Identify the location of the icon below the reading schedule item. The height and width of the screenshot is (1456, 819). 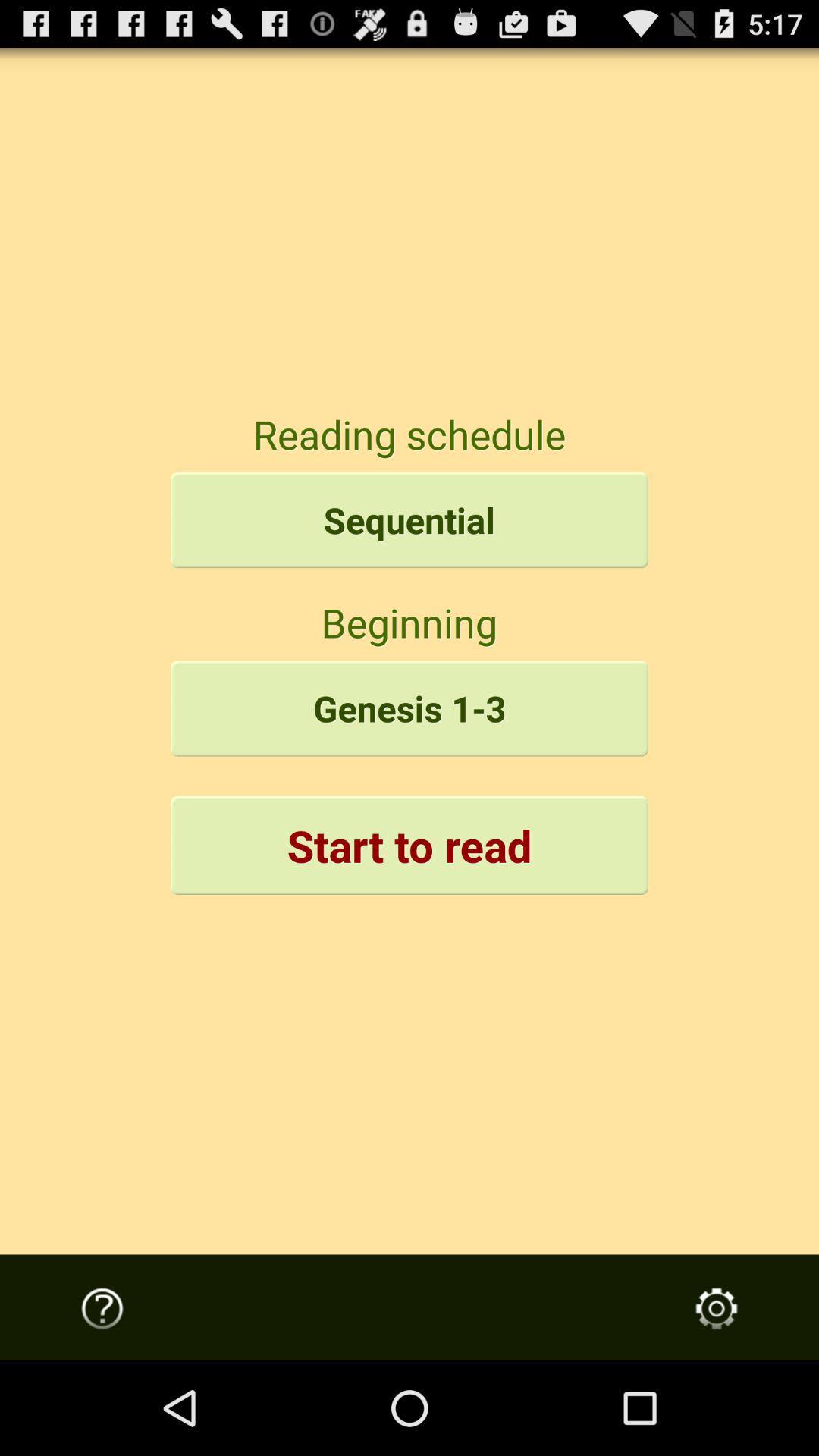
(409, 520).